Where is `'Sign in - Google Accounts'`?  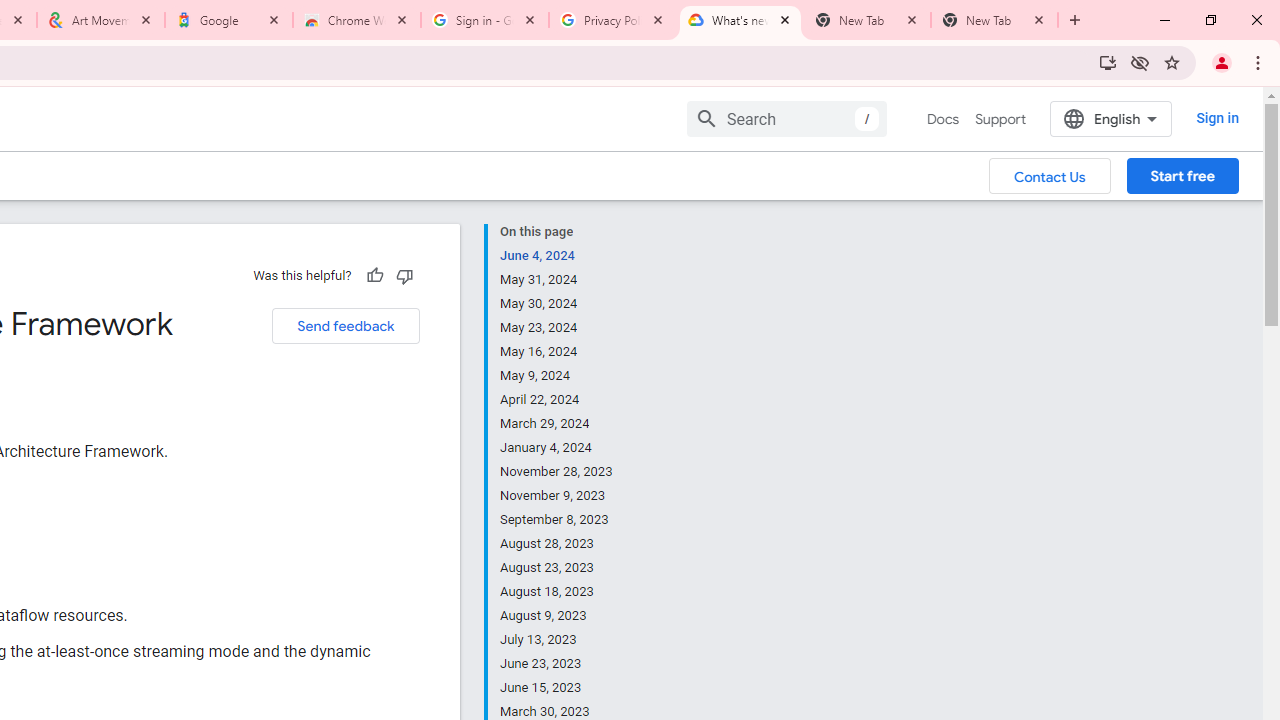
'Sign in - Google Accounts' is located at coordinates (485, 20).